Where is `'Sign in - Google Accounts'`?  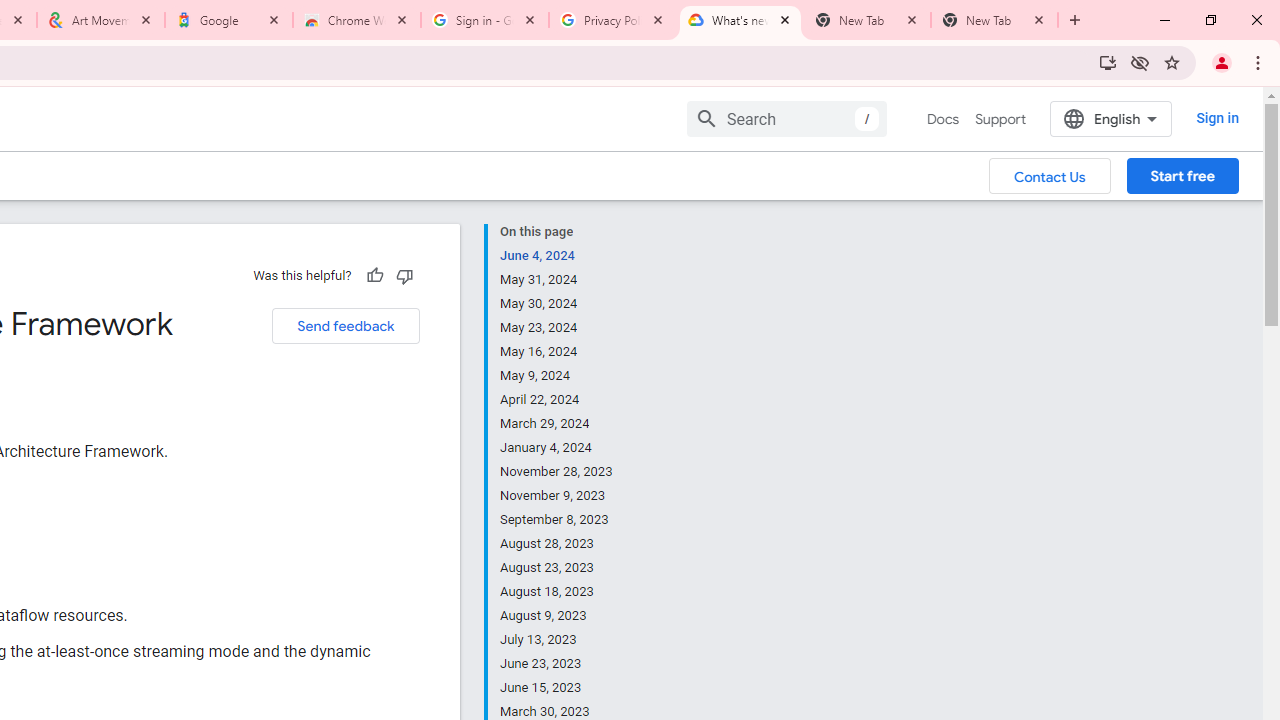
'Sign in - Google Accounts' is located at coordinates (485, 20).